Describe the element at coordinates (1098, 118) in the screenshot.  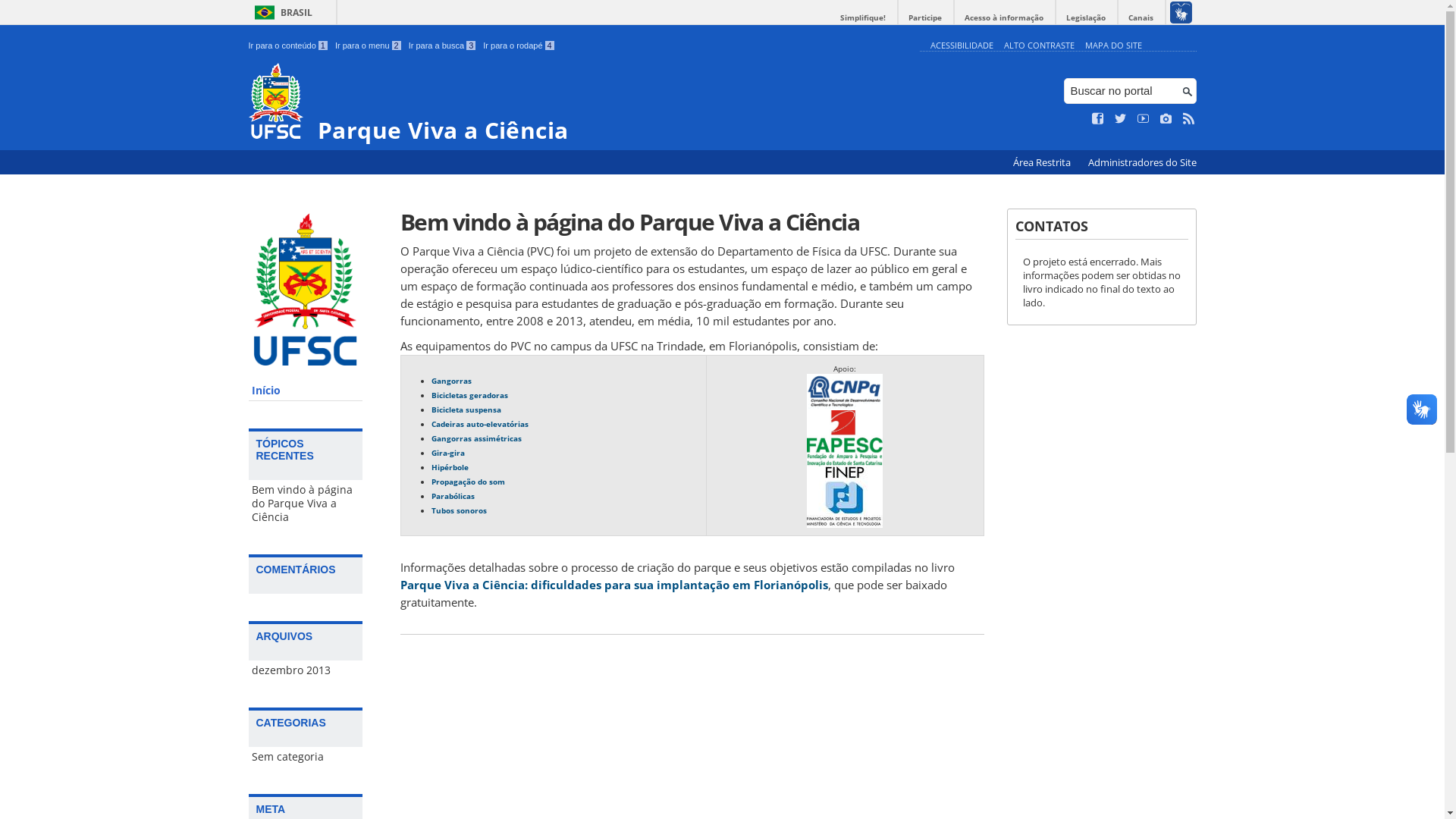
I see `'Curta no Facebook'` at that location.